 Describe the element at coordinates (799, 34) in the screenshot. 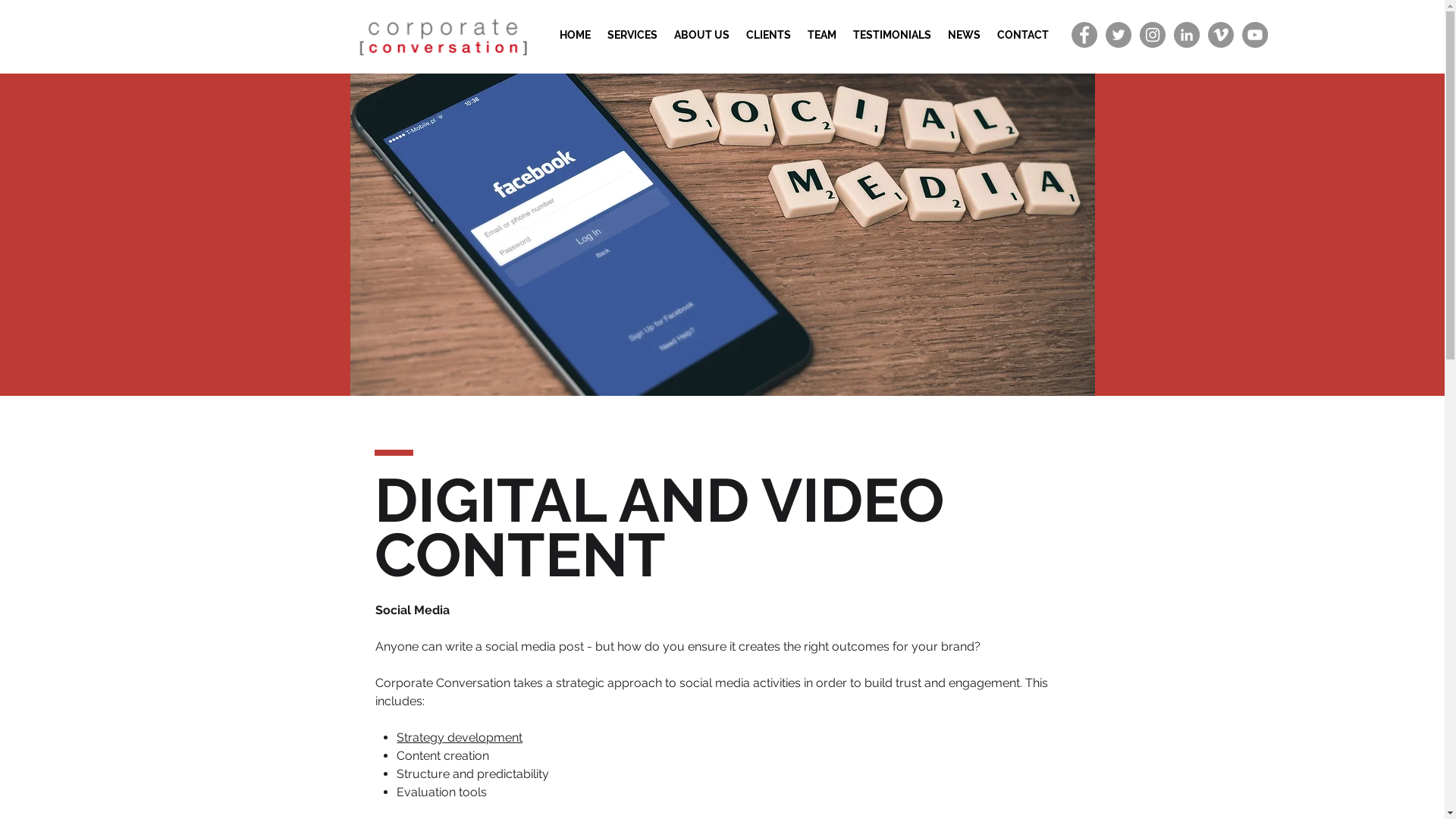

I see `'TEAM'` at that location.